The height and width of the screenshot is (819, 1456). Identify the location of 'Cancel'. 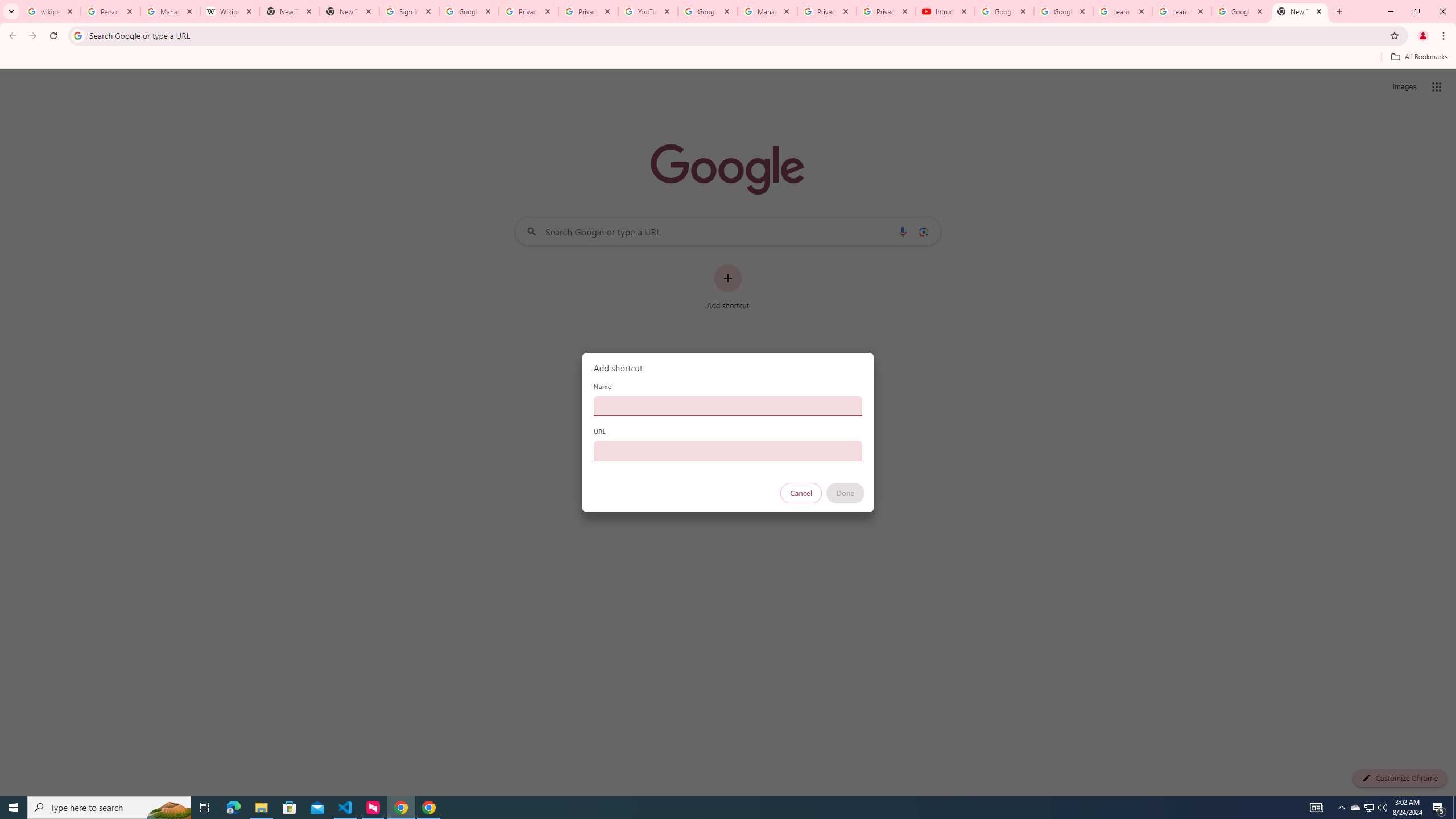
(801, 493).